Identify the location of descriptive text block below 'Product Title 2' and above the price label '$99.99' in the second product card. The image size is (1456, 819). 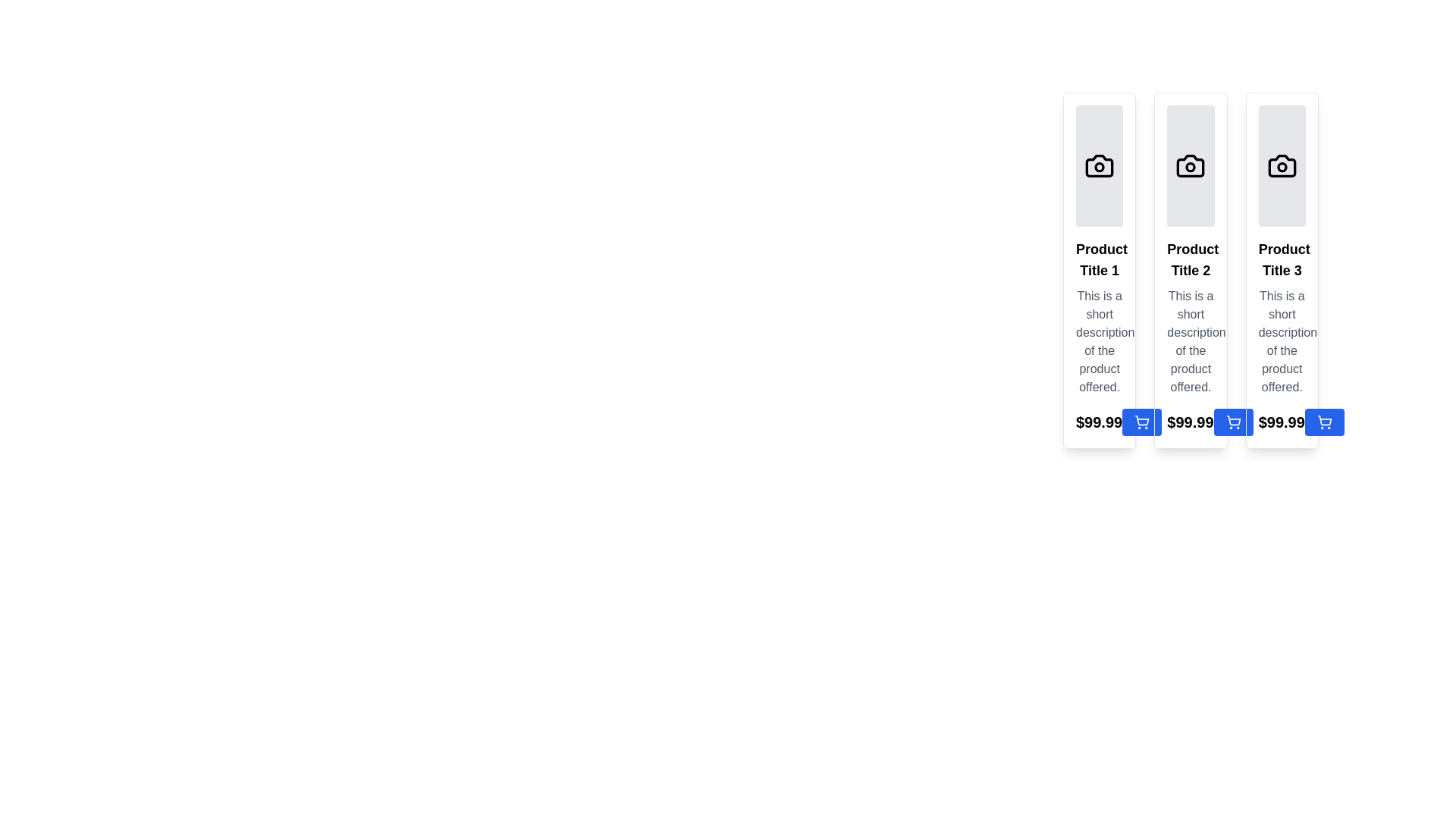
(1190, 342).